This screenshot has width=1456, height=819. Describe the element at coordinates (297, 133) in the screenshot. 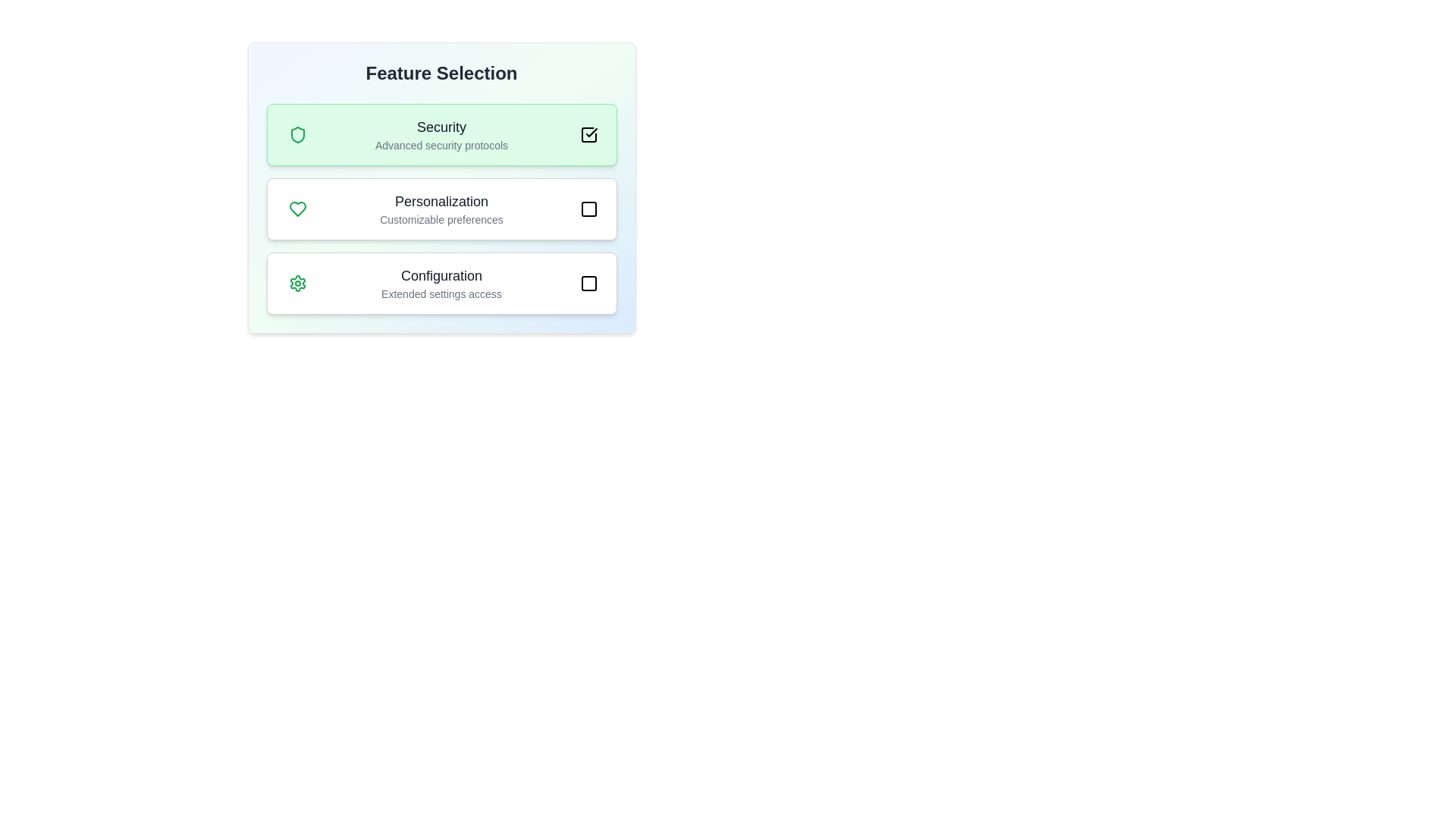

I see `the shield-shaped security icon outlined with a green stroke located on a light green background in the first row under the 'Feature Selection' header` at that location.